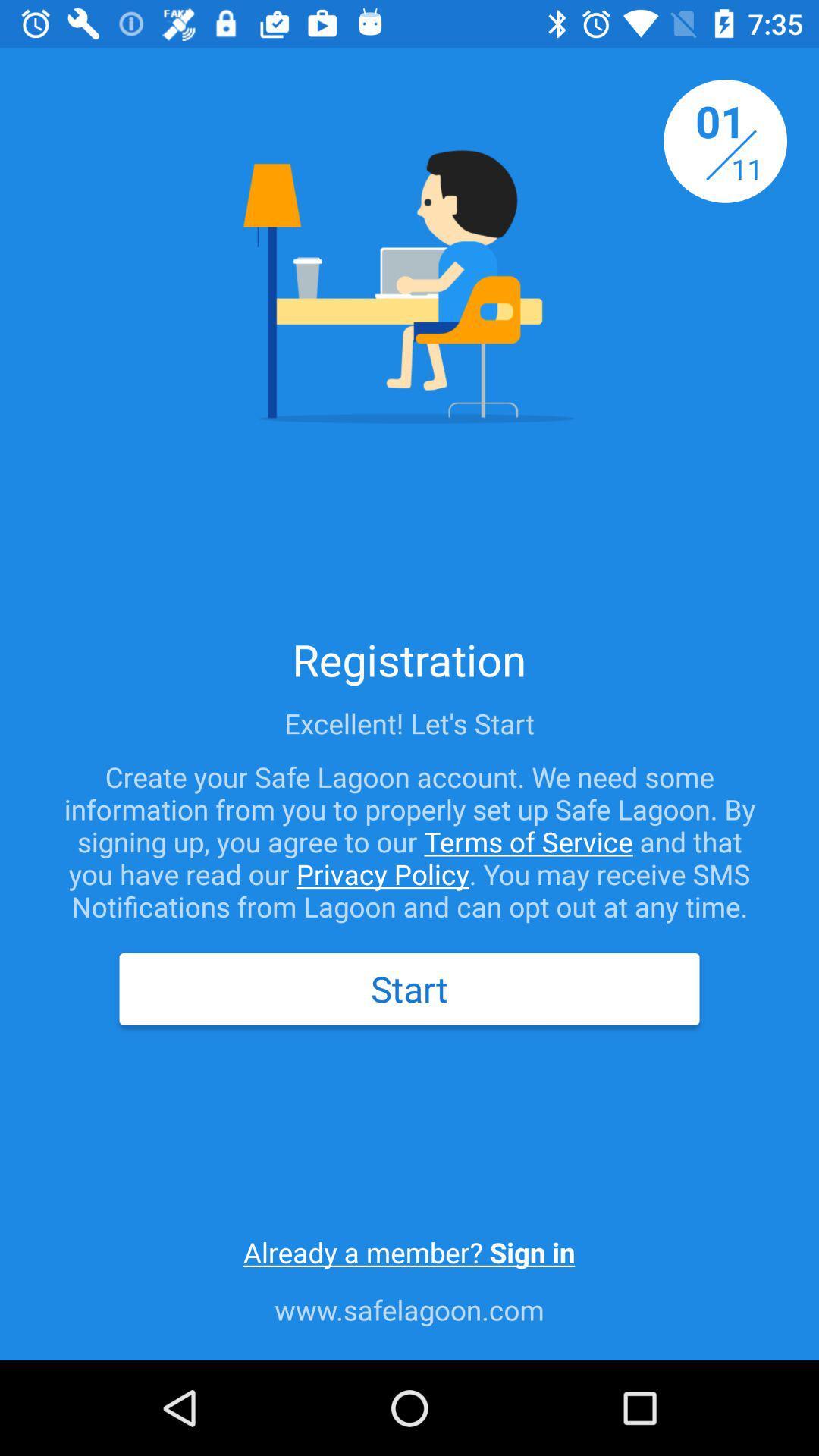 The height and width of the screenshot is (1456, 819). What do you see at coordinates (408, 1252) in the screenshot?
I see `the icon above www.safelagoon.com item` at bounding box center [408, 1252].